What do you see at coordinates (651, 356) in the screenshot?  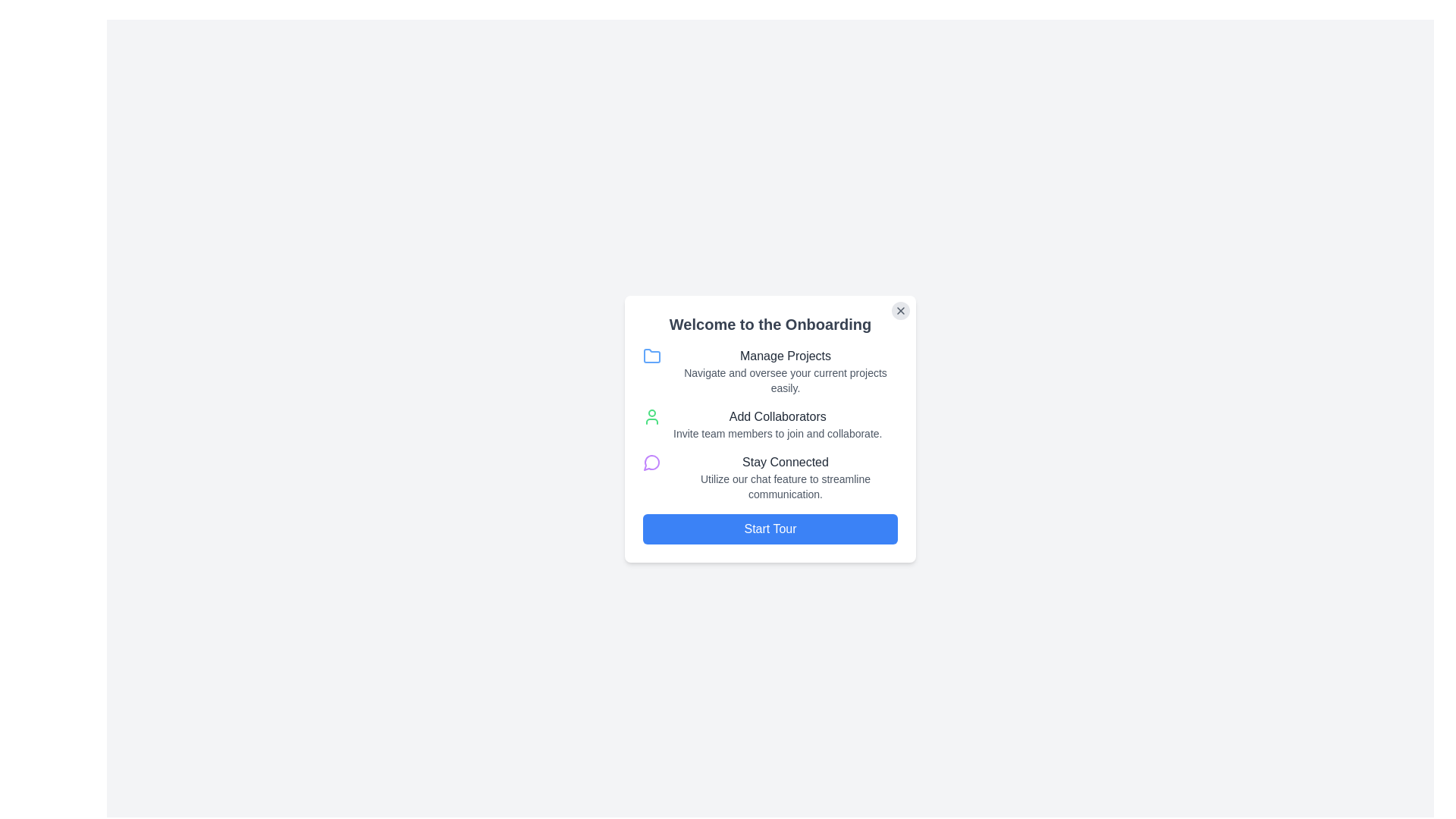 I see `the icon related to the 'Manage Projects' section` at bounding box center [651, 356].